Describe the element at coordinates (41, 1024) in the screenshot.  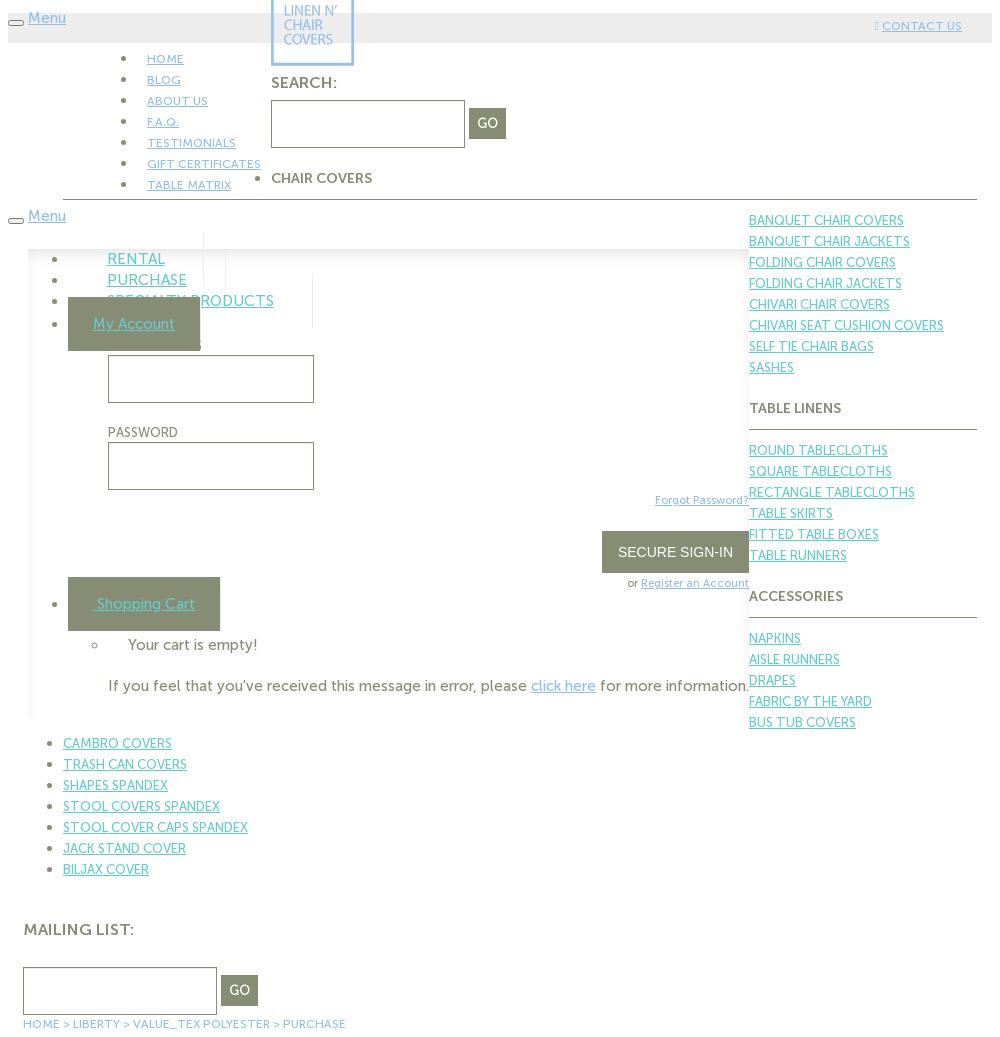
I see `'Home'` at that location.